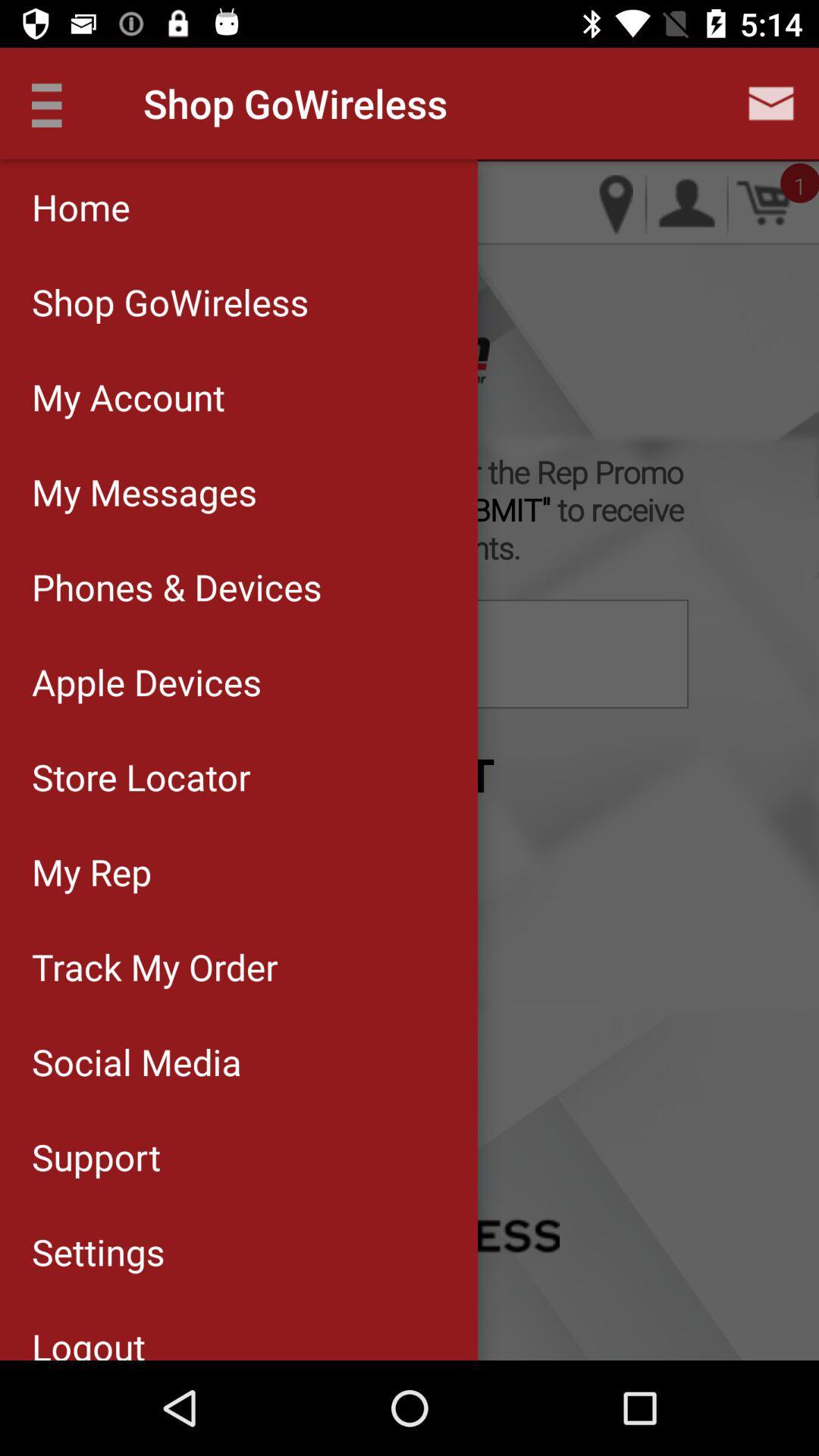 This screenshot has width=819, height=1456. Describe the element at coordinates (55, 102) in the screenshot. I see `the item next to shop gowireless` at that location.